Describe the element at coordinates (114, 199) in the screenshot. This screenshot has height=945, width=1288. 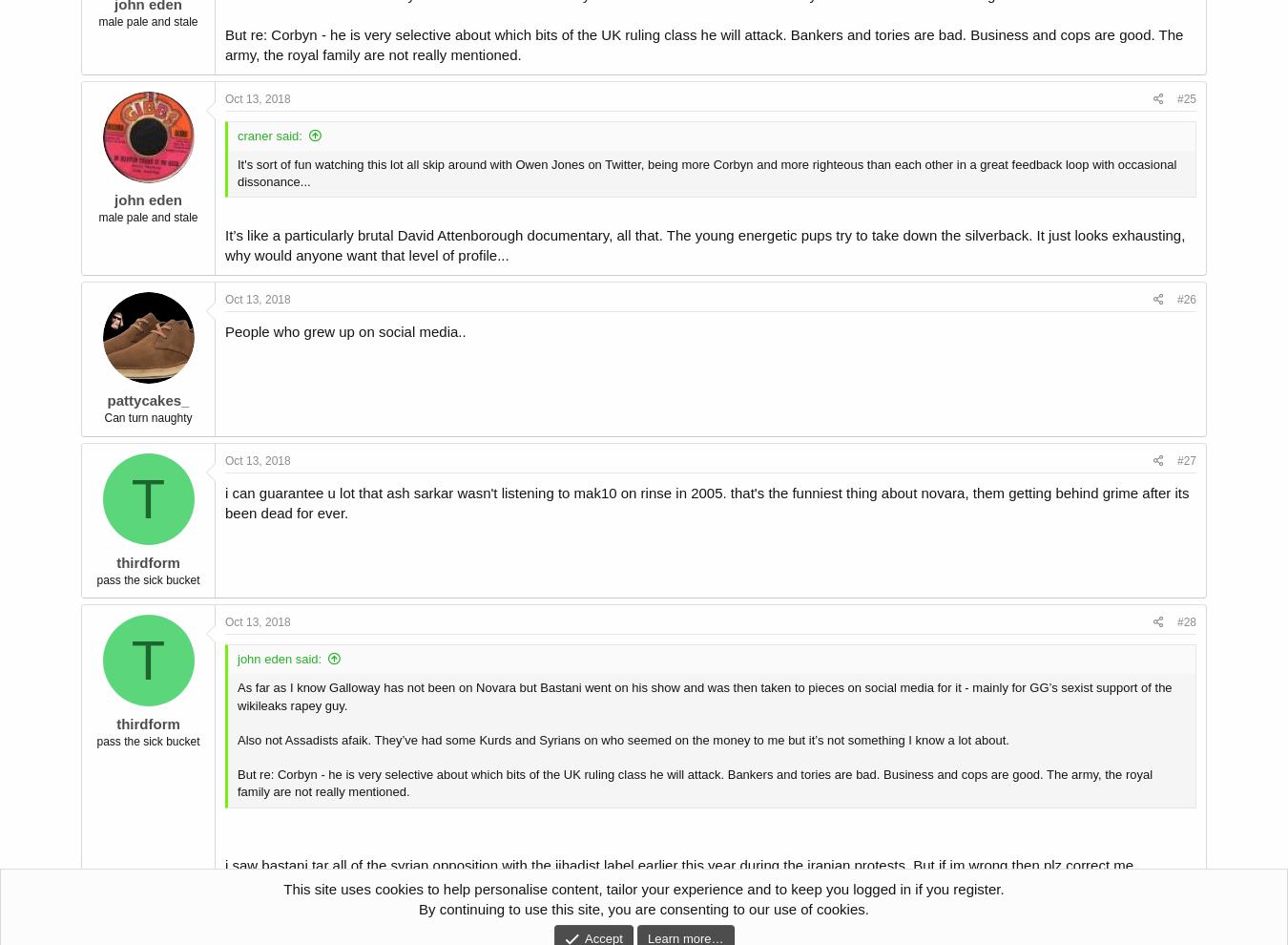
I see `'john eden'` at that location.